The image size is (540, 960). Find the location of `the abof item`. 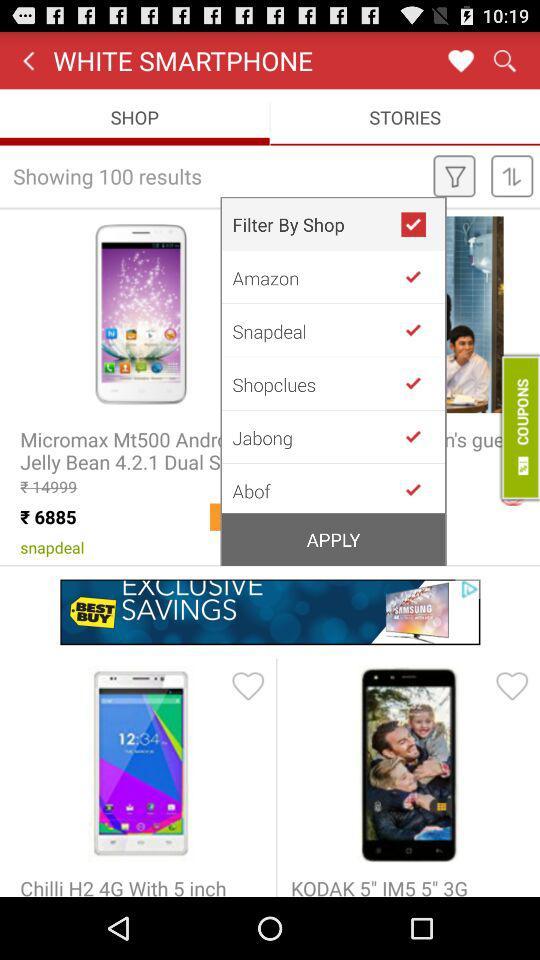

the abof item is located at coordinates (316, 488).